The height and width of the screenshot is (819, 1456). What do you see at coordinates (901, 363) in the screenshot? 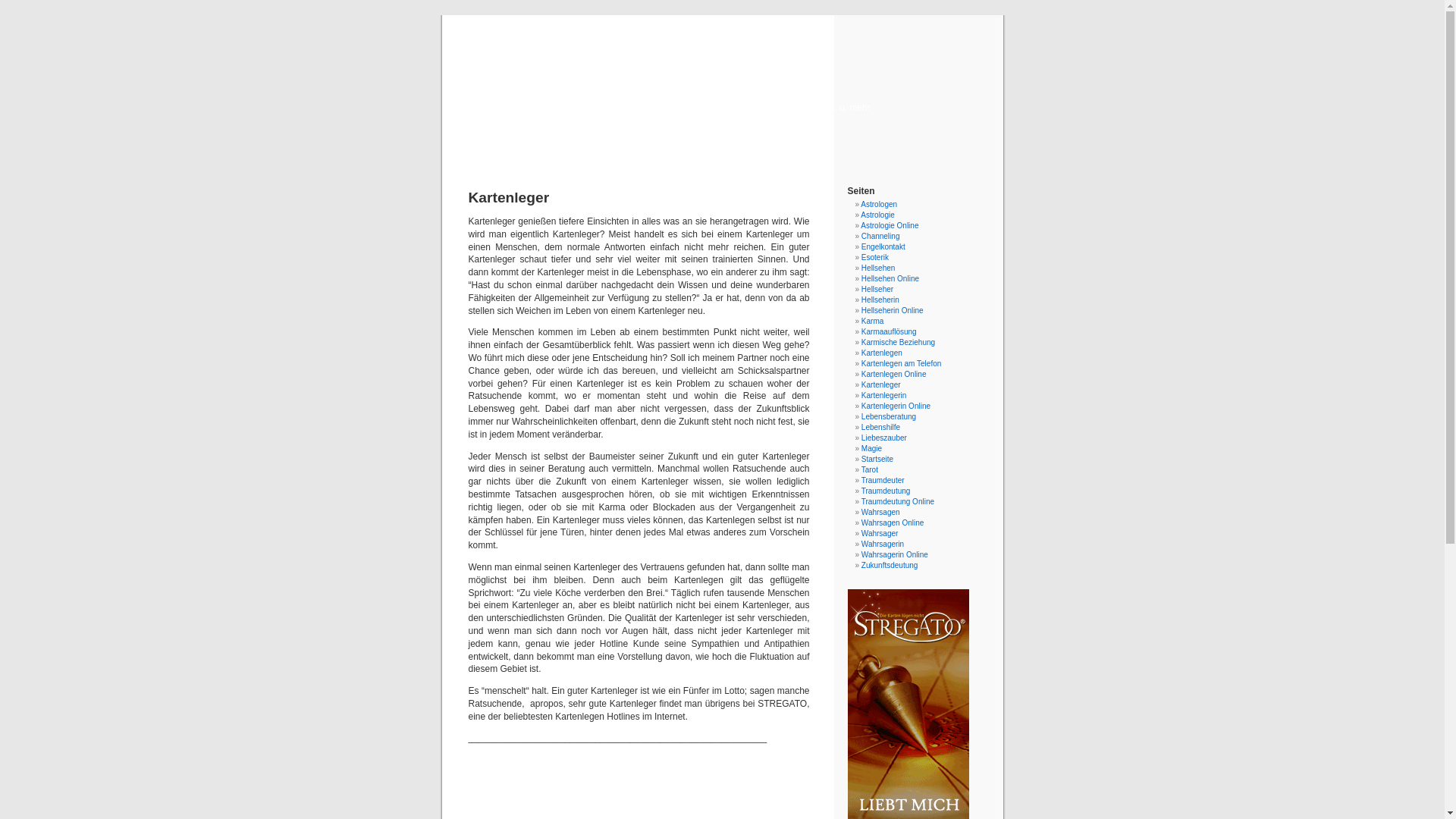
I see `'Kartenlegen am Telefon'` at bounding box center [901, 363].